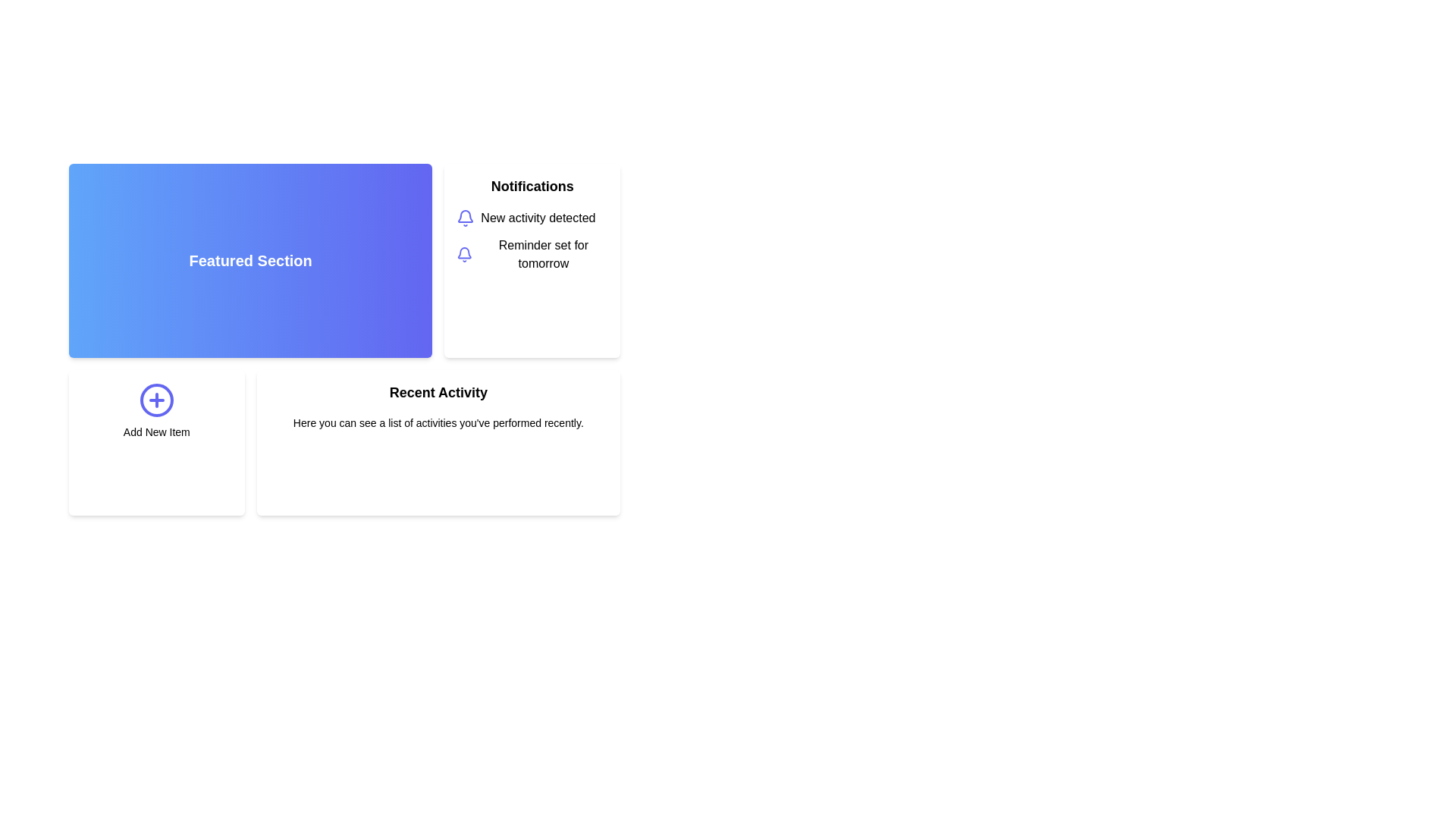 The width and height of the screenshot is (1456, 819). What do you see at coordinates (532, 218) in the screenshot?
I see `the first notification in the 'Notifications' section, which displays an indigo-outlined bell icon and the text 'New activity detected'` at bounding box center [532, 218].